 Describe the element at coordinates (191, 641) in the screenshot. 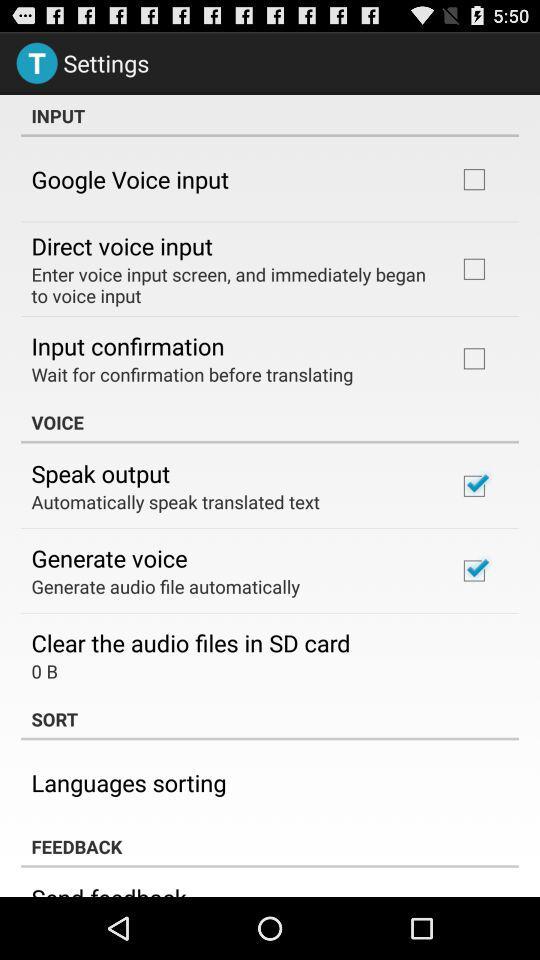

I see `app above 0 b` at that location.